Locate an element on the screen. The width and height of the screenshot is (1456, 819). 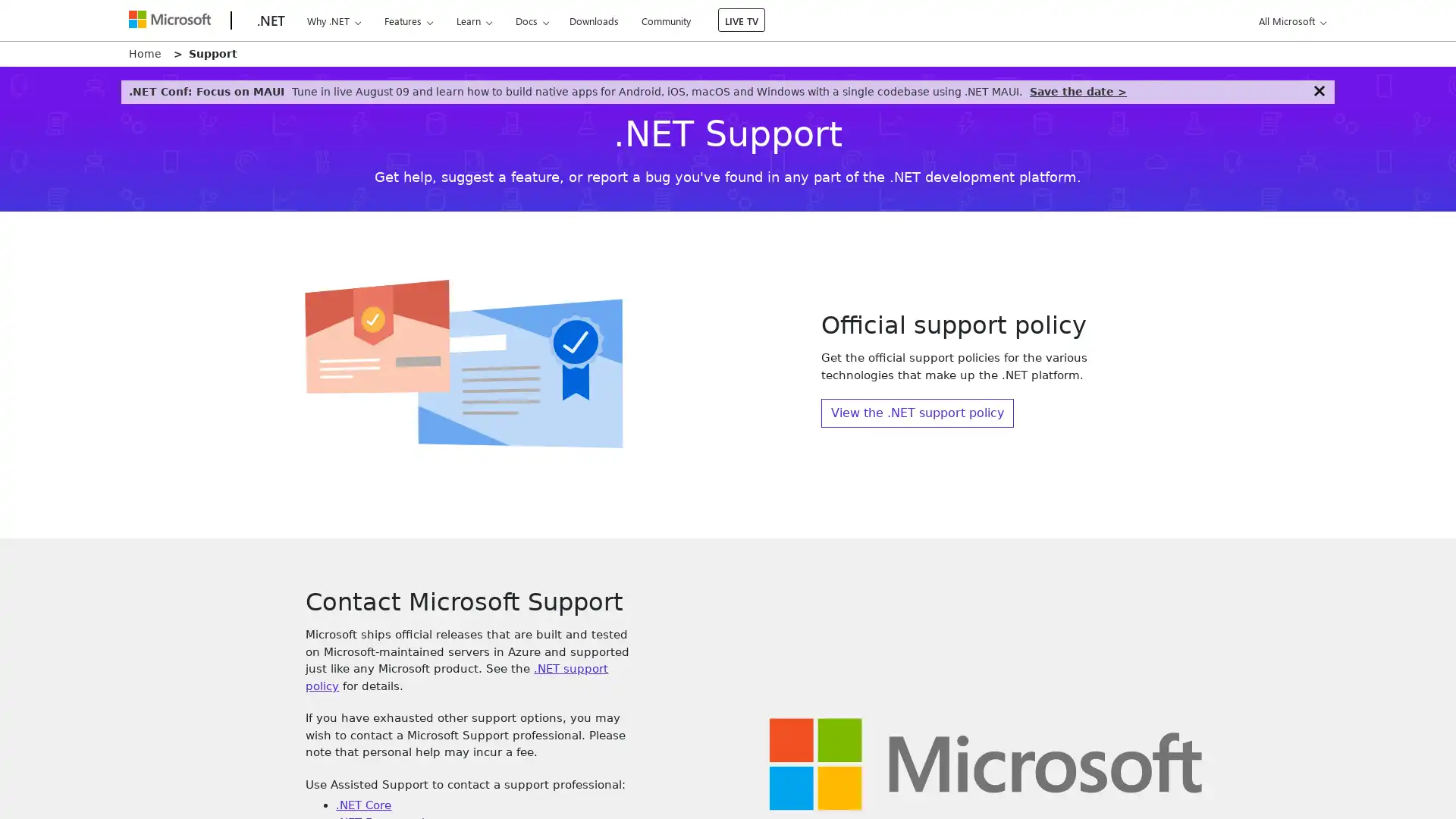
Learn is located at coordinates (472, 20).